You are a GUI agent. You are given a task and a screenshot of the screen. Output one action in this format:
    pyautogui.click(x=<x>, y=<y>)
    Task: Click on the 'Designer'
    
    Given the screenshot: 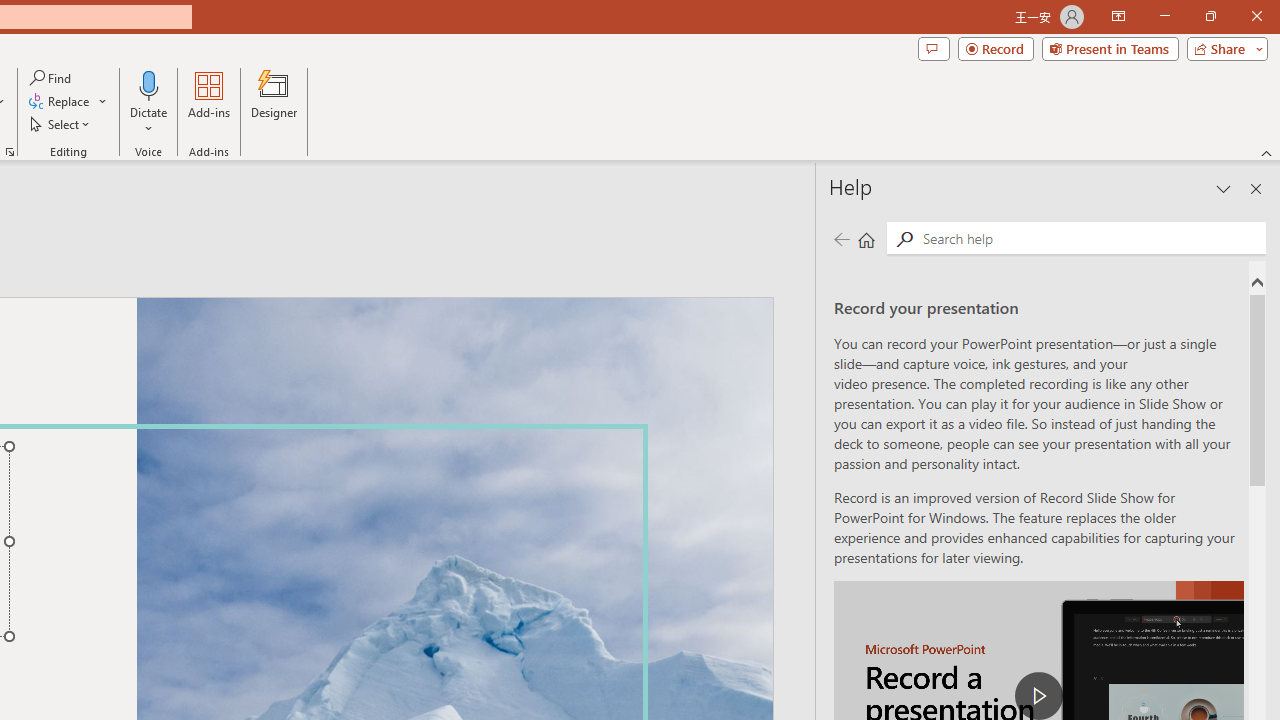 What is the action you would take?
    pyautogui.click(x=273, y=103)
    